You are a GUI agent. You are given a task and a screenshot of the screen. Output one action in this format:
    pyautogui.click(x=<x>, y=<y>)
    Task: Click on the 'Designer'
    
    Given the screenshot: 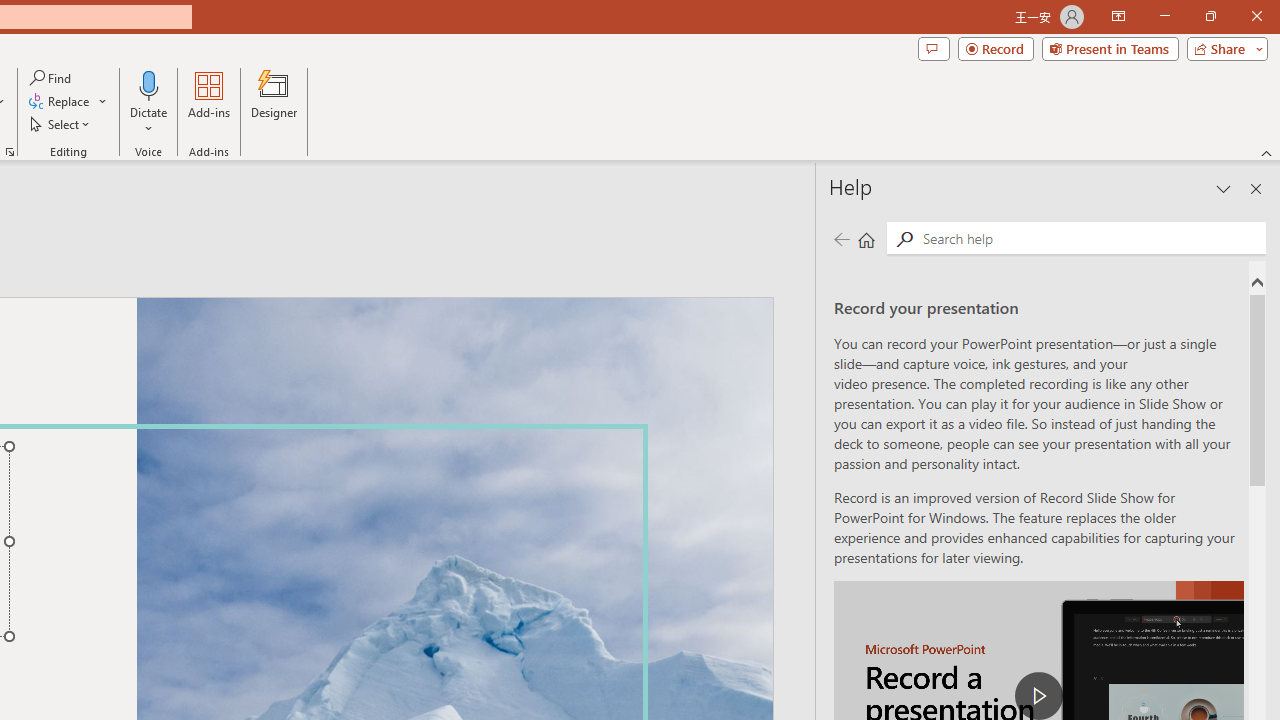 What is the action you would take?
    pyautogui.click(x=273, y=103)
    